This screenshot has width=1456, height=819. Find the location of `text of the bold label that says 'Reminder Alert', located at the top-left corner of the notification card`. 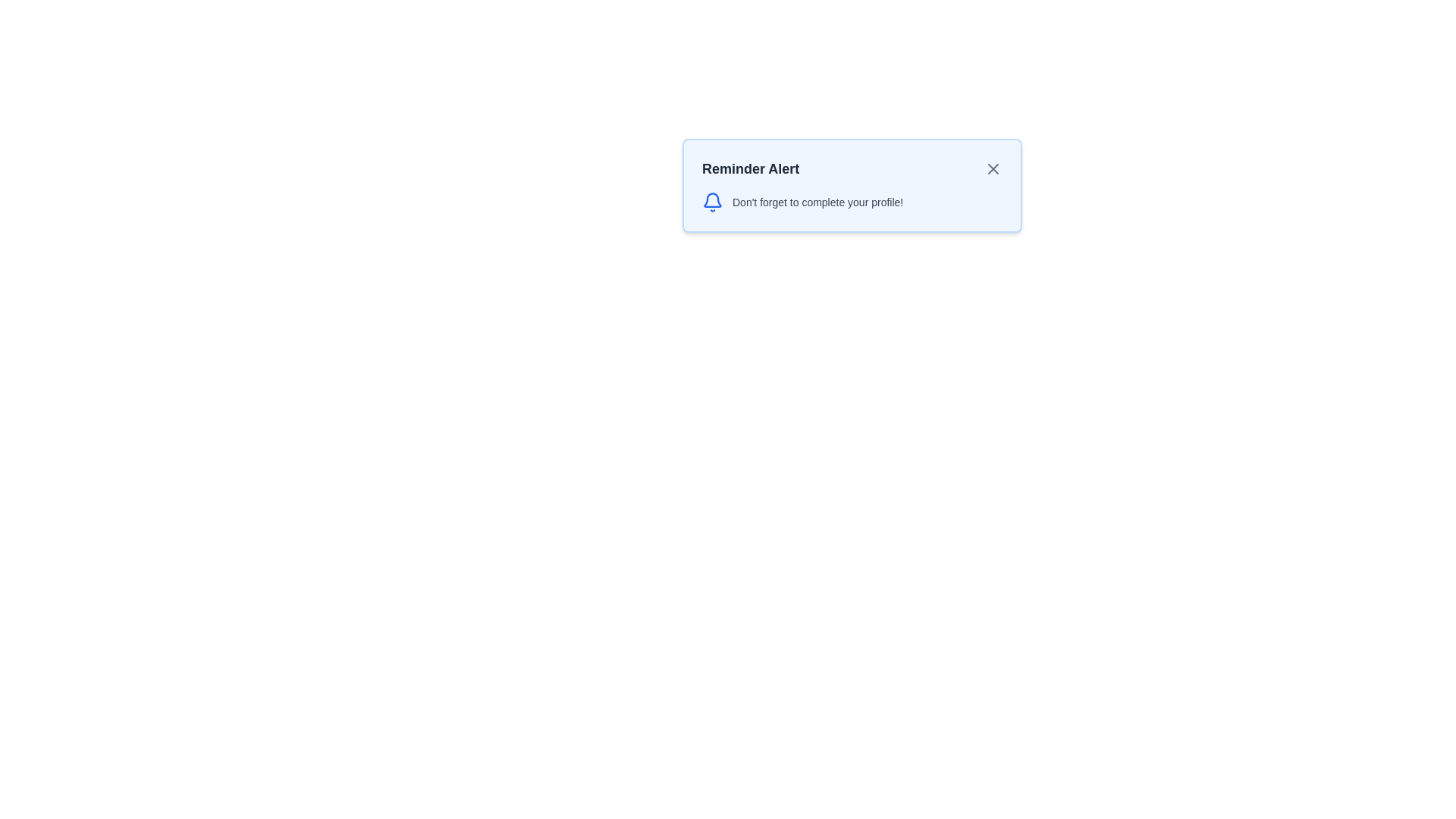

text of the bold label that says 'Reminder Alert', located at the top-left corner of the notification card is located at coordinates (751, 169).